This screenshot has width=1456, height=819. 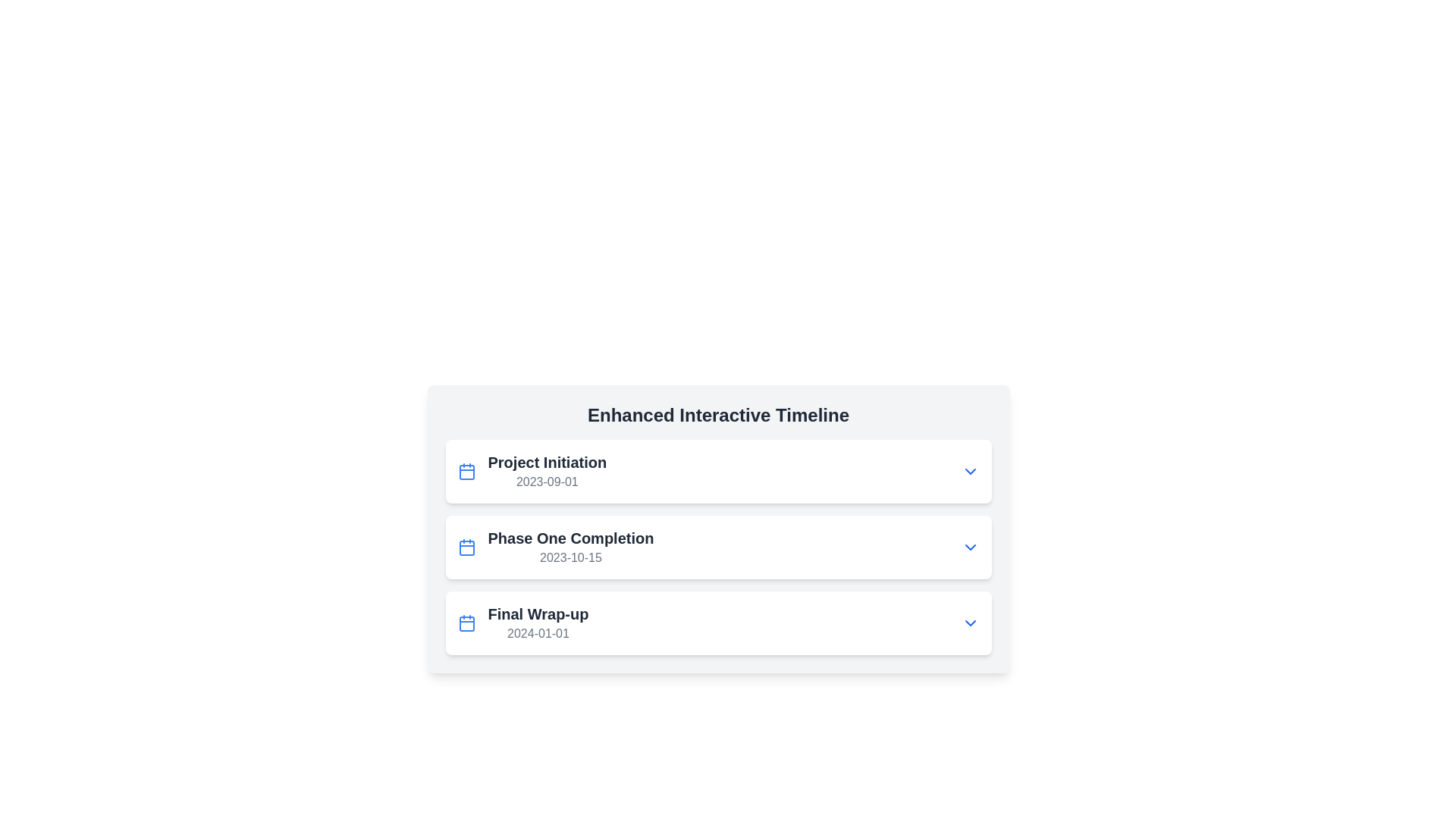 I want to click on the rounded rectangle element of the SVG calendar icon located near the top-left corner of the 'Project Initiation' entry, so click(x=466, y=472).